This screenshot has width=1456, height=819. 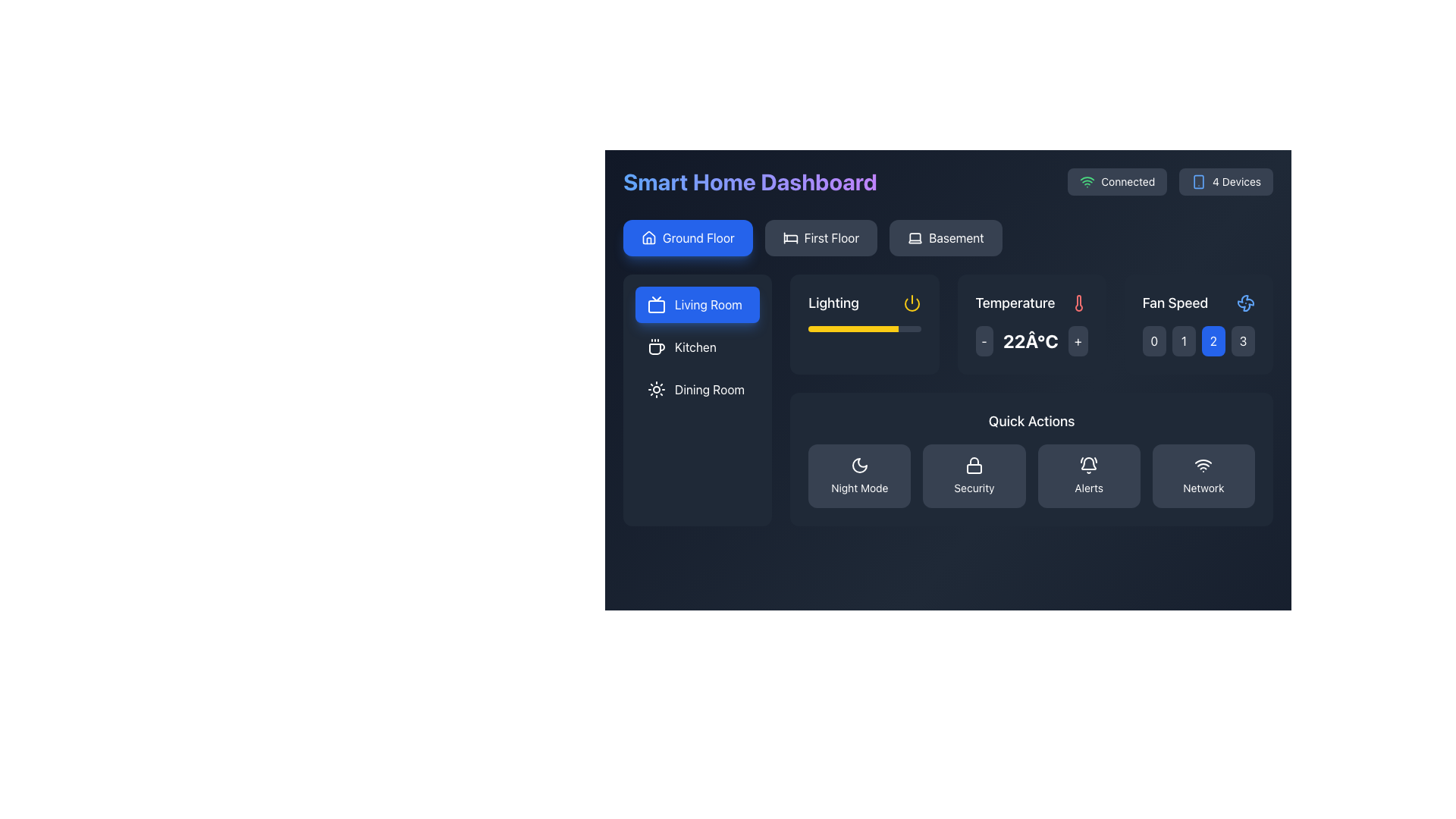 I want to click on the bright blue fan-shaped icon located in the top right corner of the 'Fan Speed' panel, so click(x=1245, y=303).